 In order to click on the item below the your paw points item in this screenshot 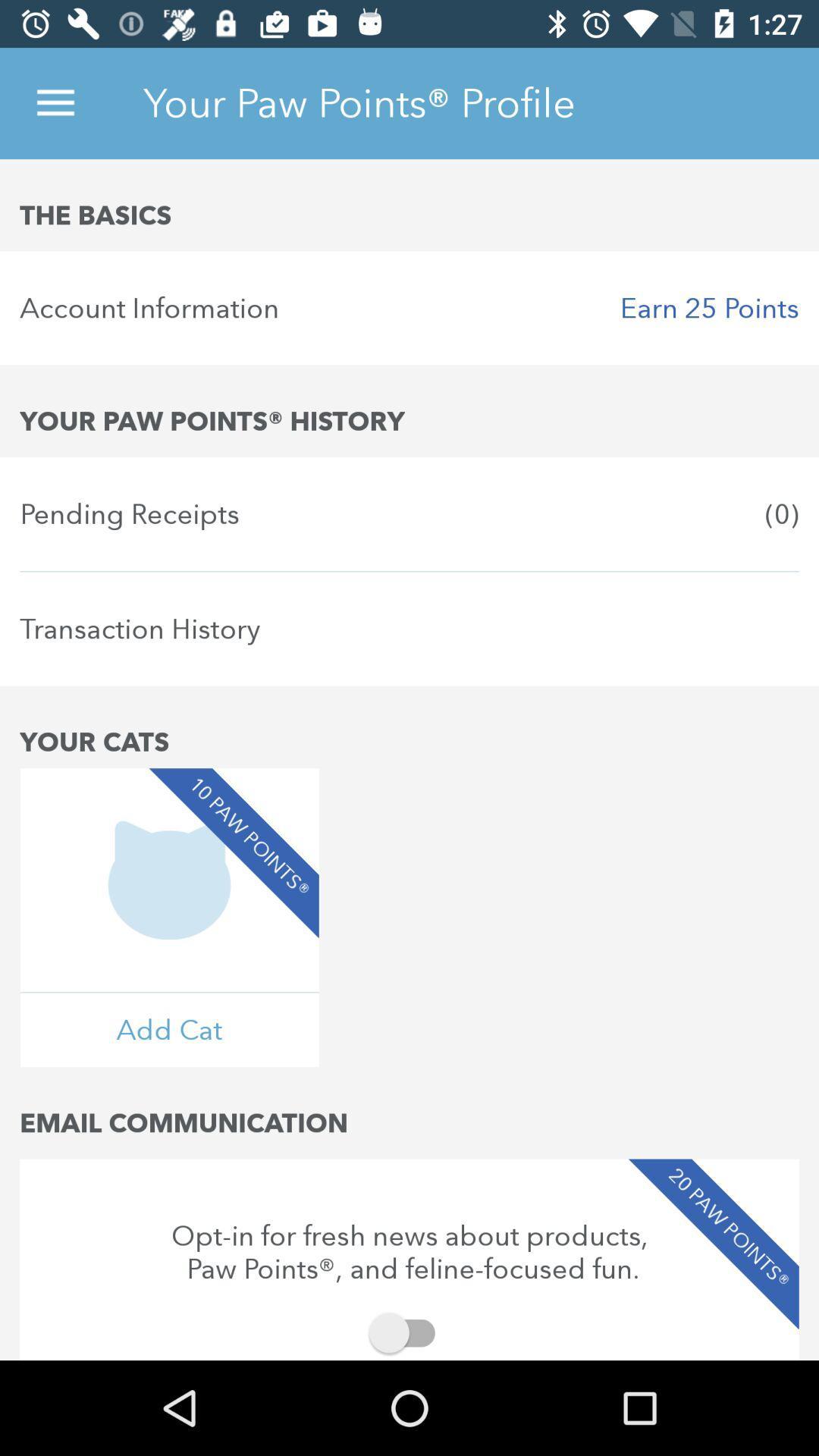, I will do `click(409, 513)`.